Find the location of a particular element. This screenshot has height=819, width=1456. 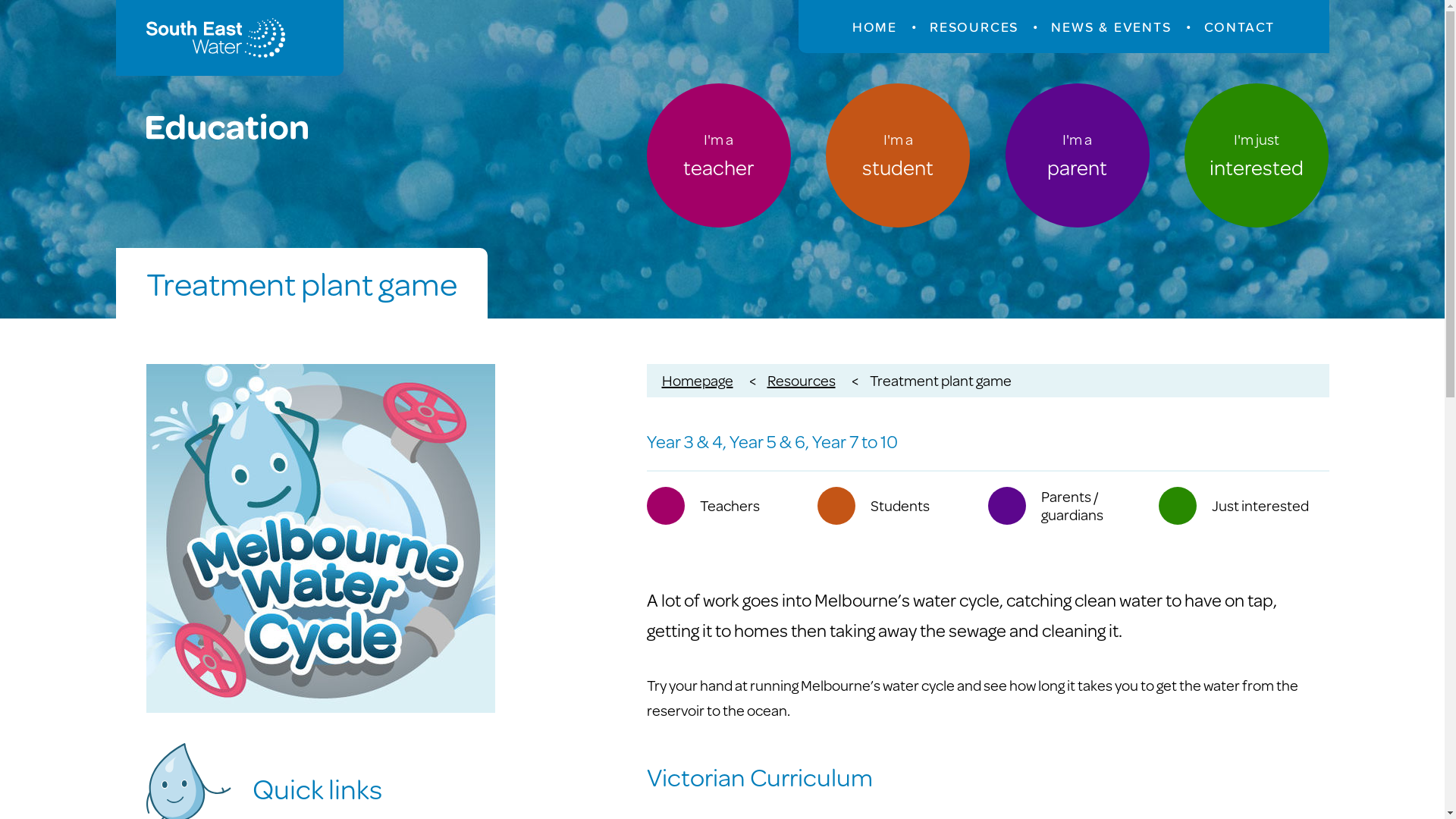

'Homepage' is located at coordinates (695, 379).